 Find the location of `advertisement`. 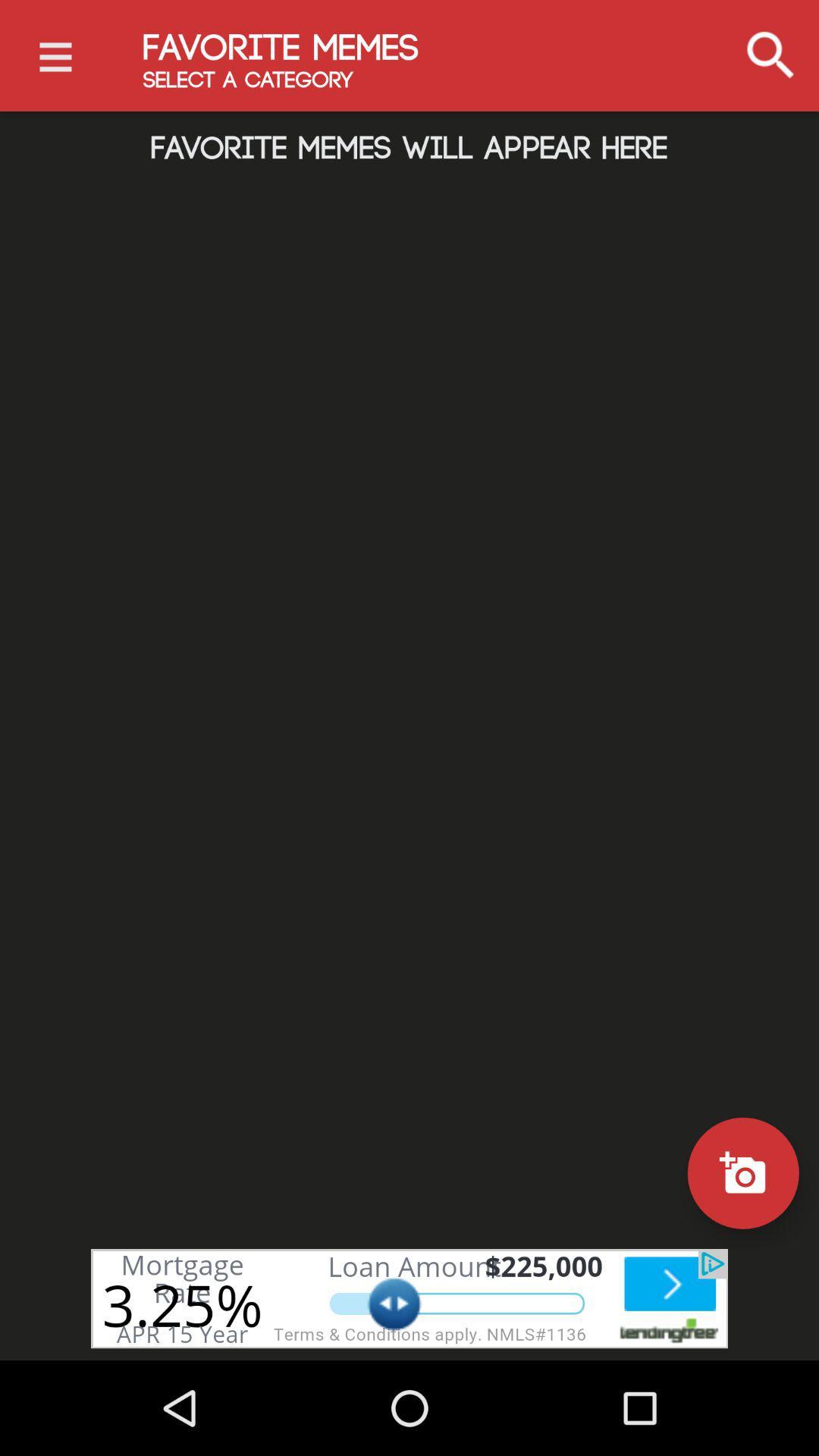

advertisement is located at coordinates (409, 1298).